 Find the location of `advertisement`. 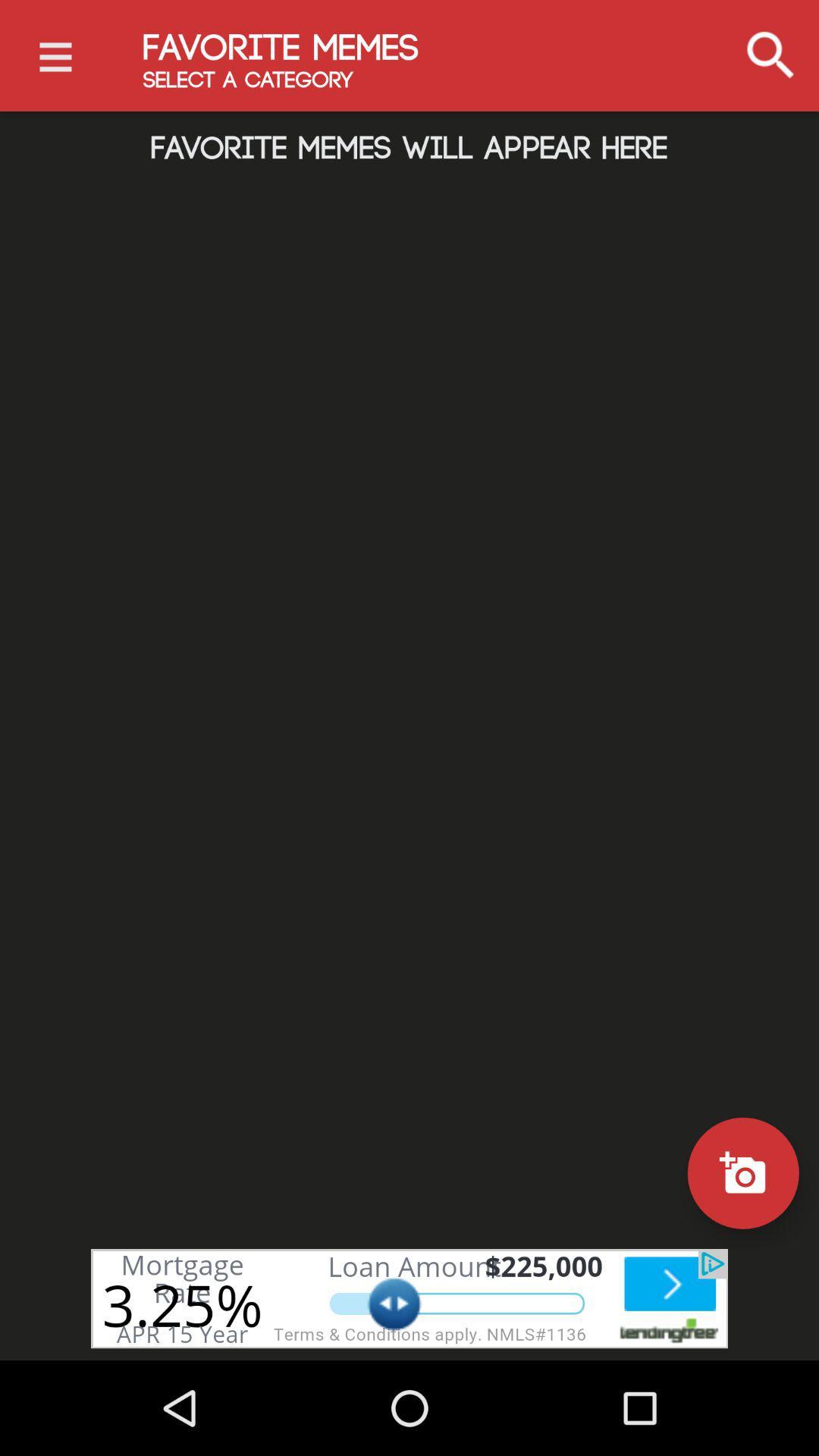

advertisement is located at coordinates (409, 1298).